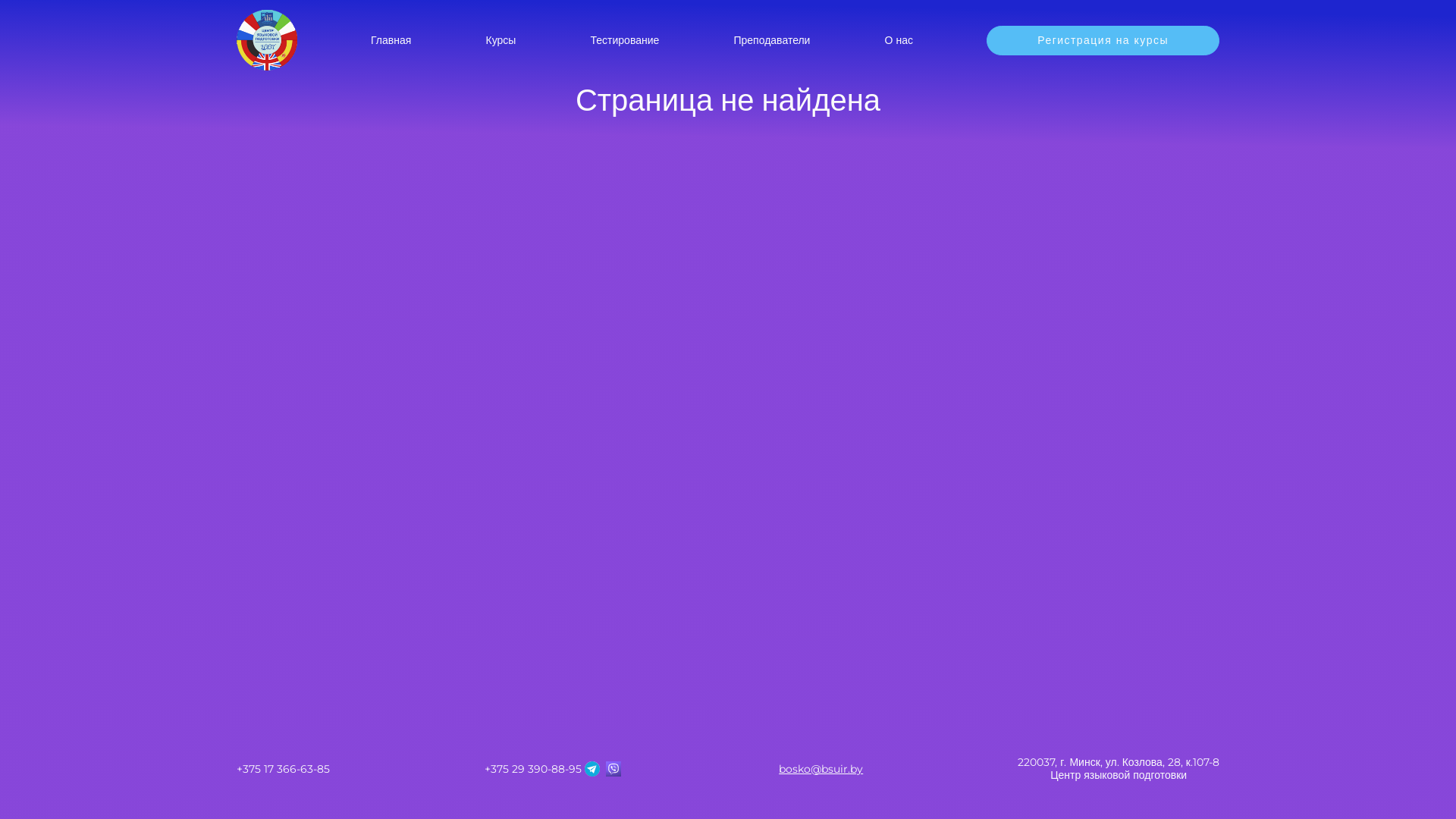 This screenshot has width=1456, height=819. What do you see at coordinates (779, 769) in the screenshot?
I see `'bosko@bsuir.by'` at bounding box center [779, 769].